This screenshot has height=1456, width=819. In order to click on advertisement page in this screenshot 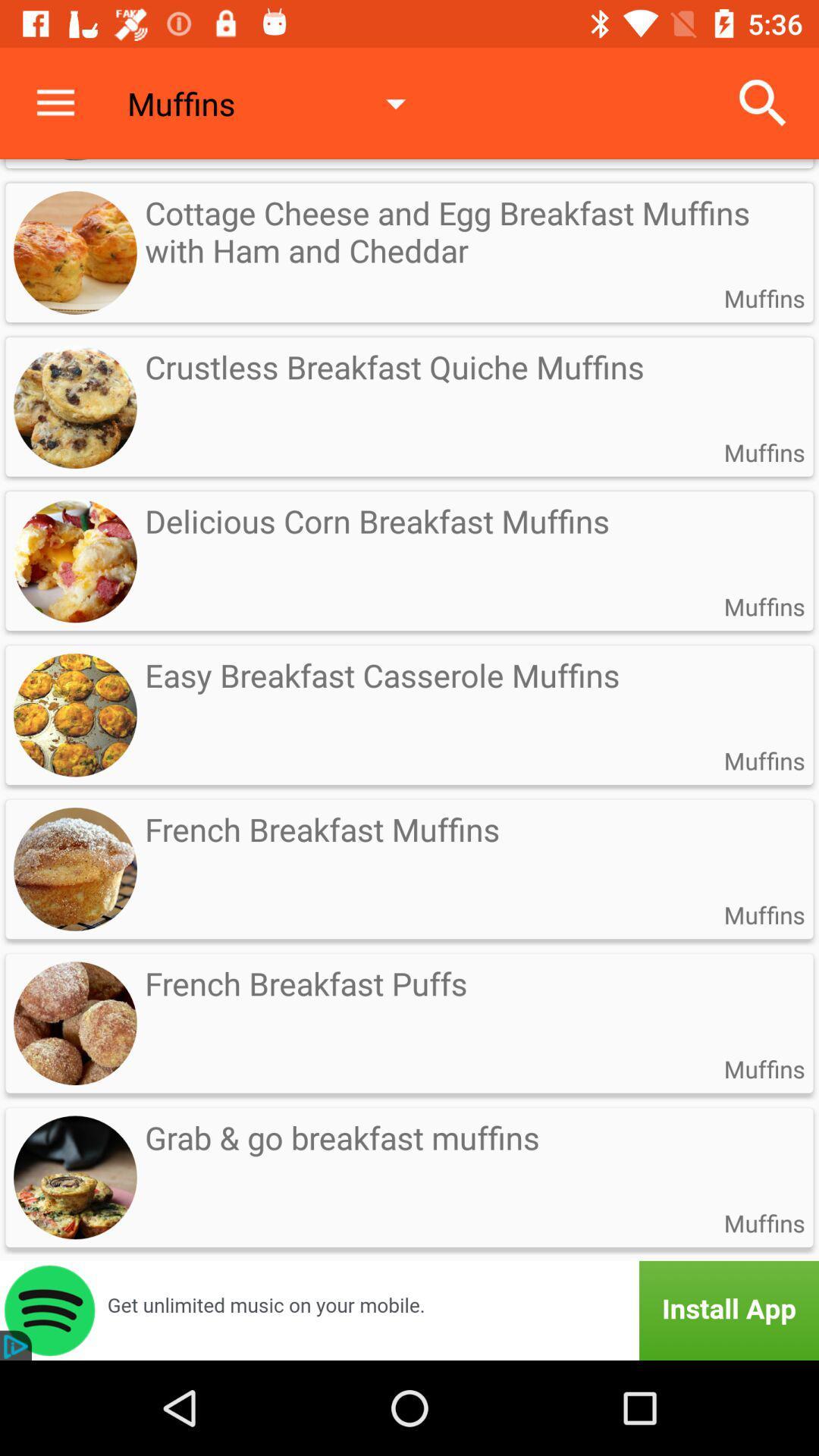, I will do `click(409, 1310)`.